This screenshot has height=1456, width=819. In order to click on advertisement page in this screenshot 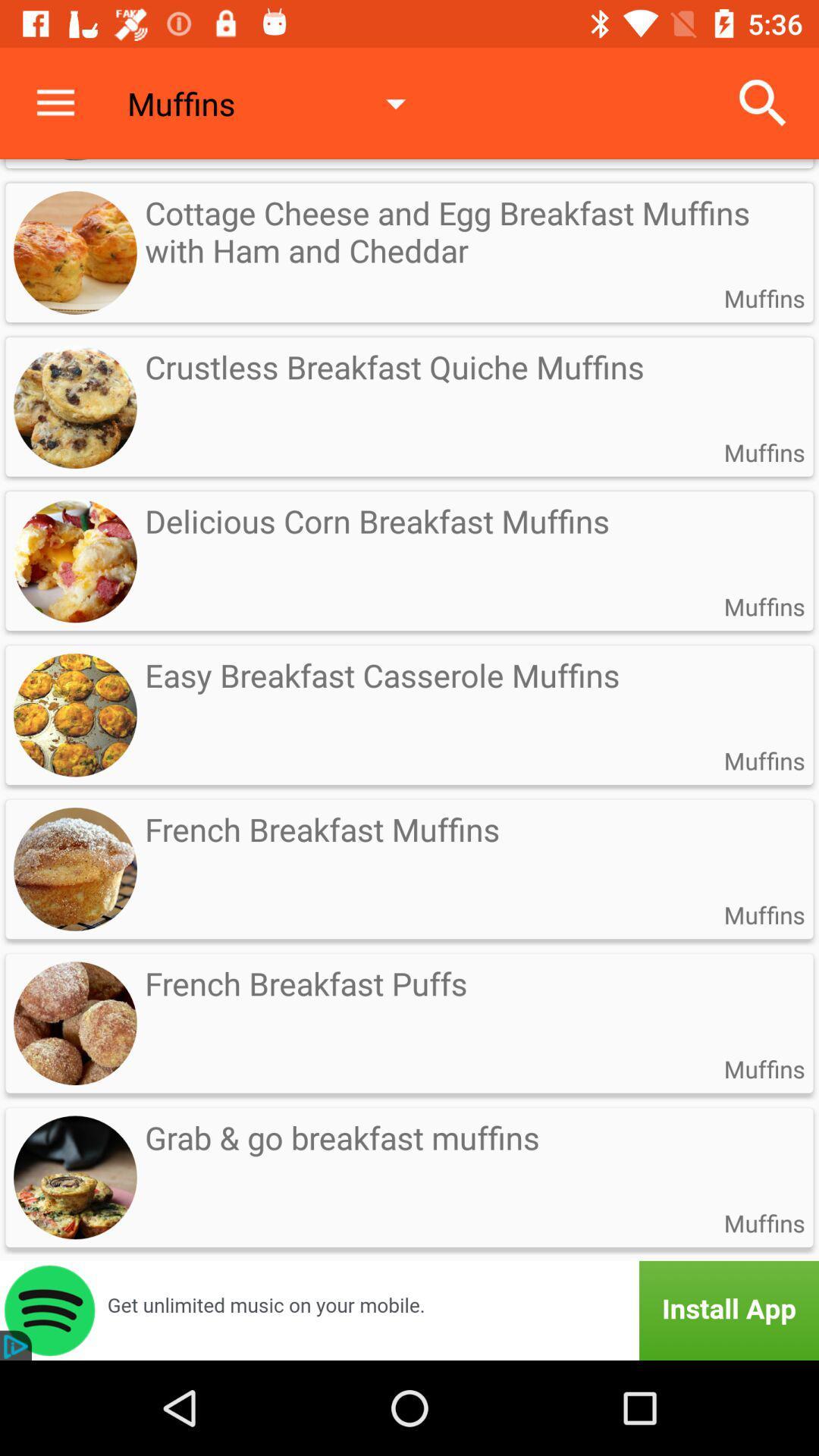, I will do `click(409, 1310)`.